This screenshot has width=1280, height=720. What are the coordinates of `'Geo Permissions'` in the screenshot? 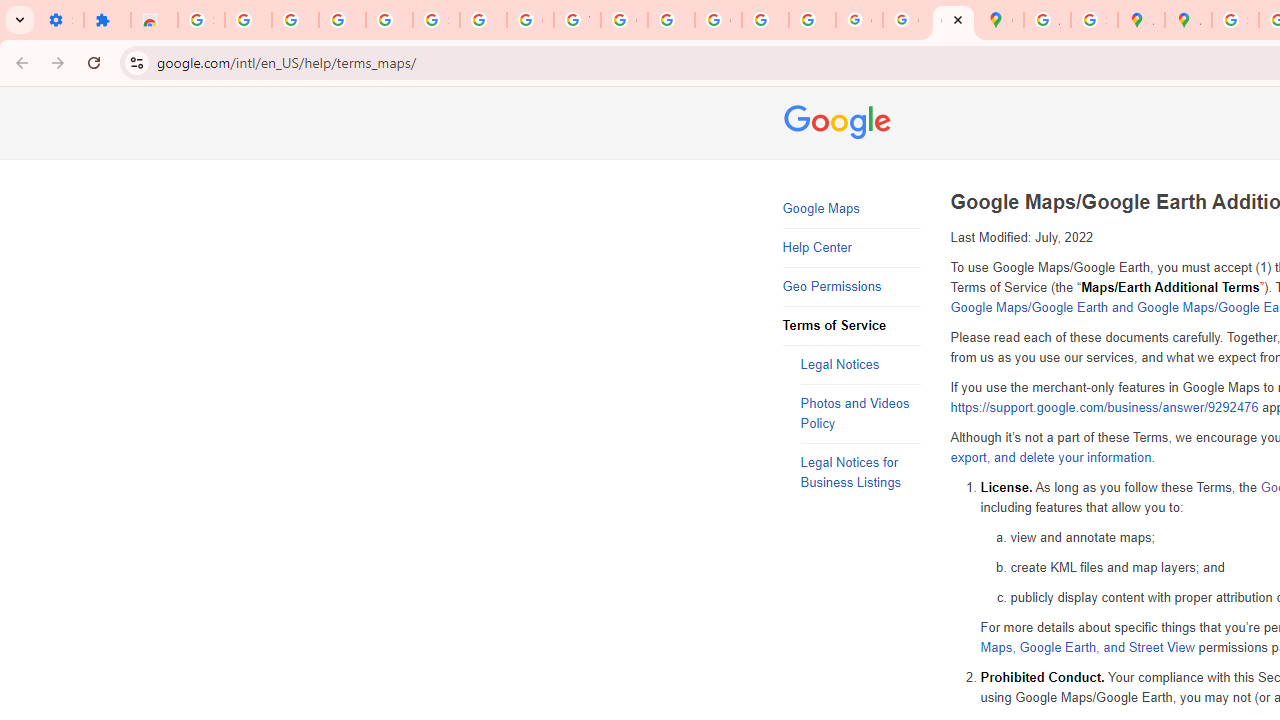 It's located at (851, 287).